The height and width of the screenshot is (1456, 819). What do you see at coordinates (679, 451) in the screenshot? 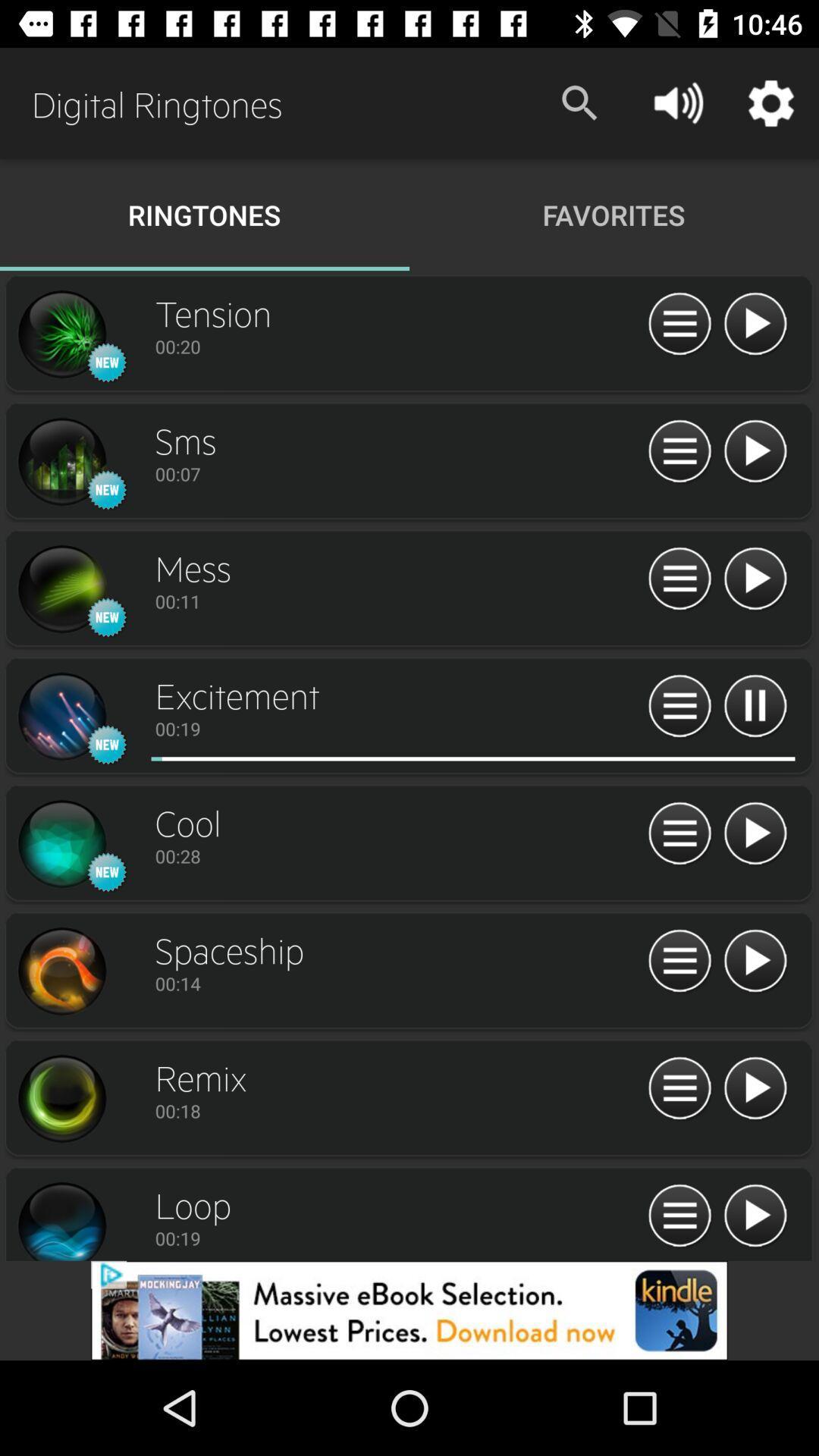
I see `menu` at bounding box center [679, 451].